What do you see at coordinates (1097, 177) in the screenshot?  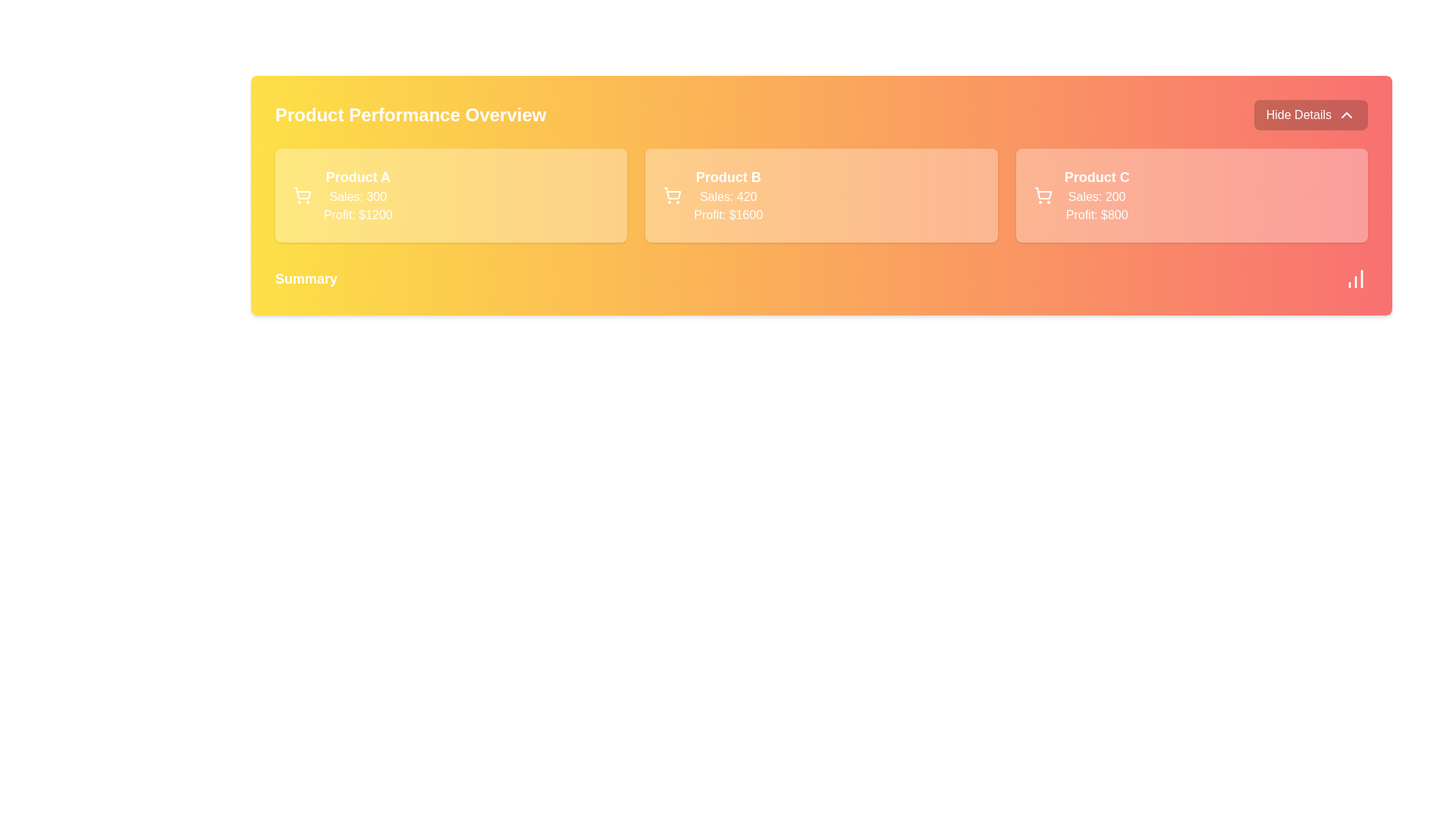 I see `the text content of the label indicating the product name 'Product C', which is located in the third column and above the sales and profit information` at bounding box center [1097, 177].